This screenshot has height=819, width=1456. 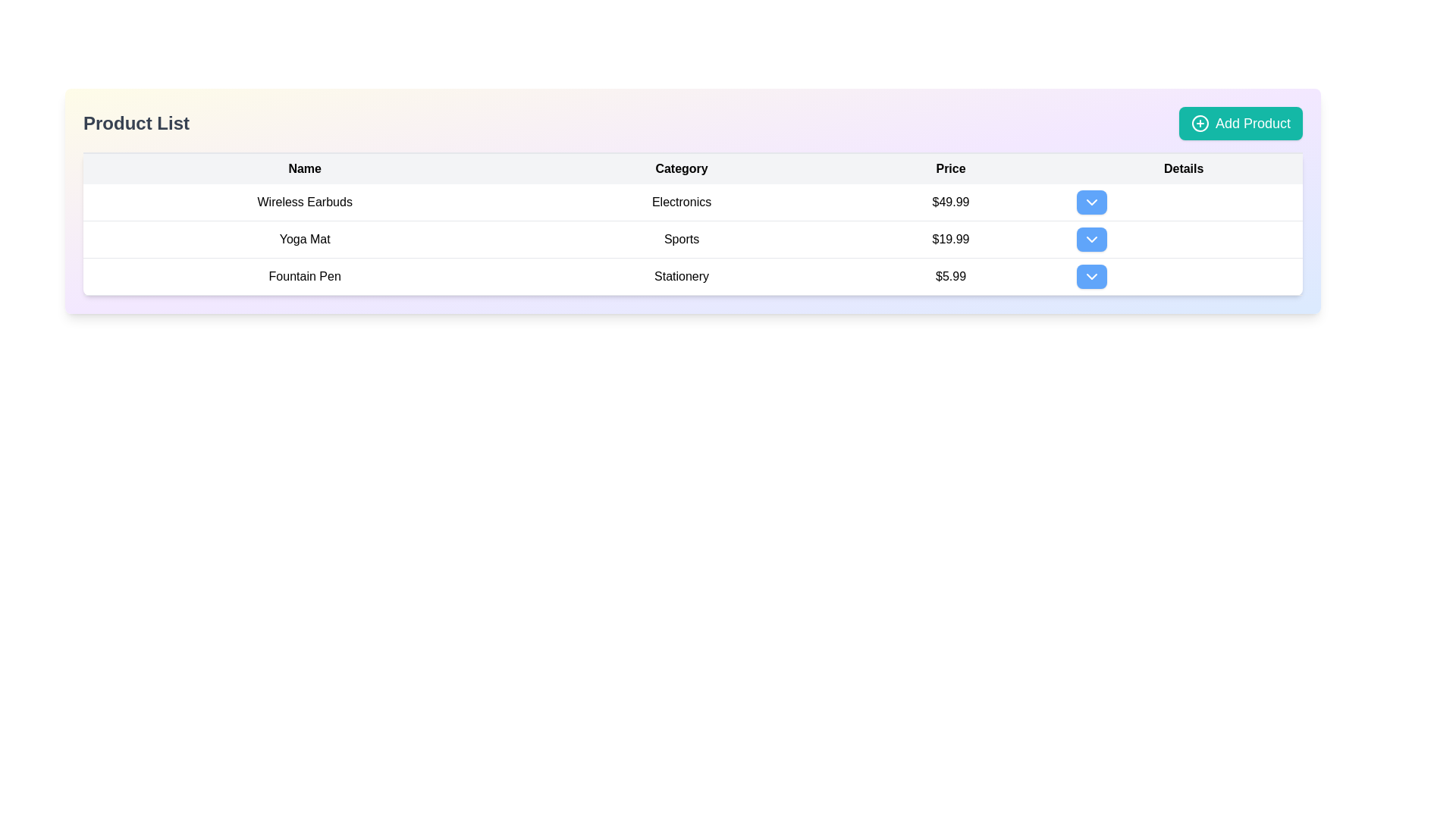 I want to click on the 'Fountain Pen' text label in the first column of the third row of the table, which provides descriptive information about the product, so click(x=304, y=277).